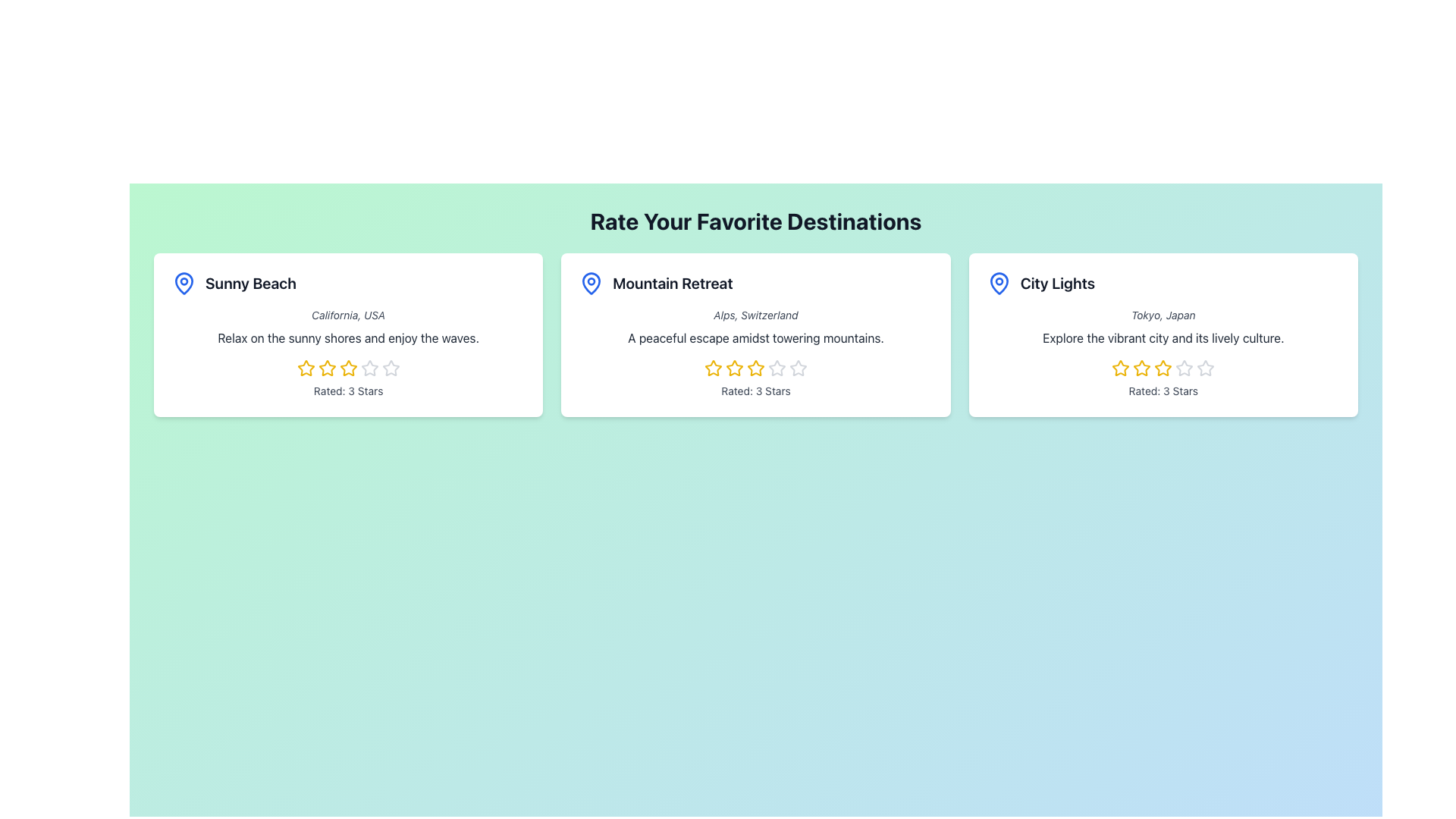  What do you see at coordinates (305, 369) in the screenshot?
I see `the second star in the rating system located in the 'Sunny Beach' card to rate it` at bounding box center [305, 369].